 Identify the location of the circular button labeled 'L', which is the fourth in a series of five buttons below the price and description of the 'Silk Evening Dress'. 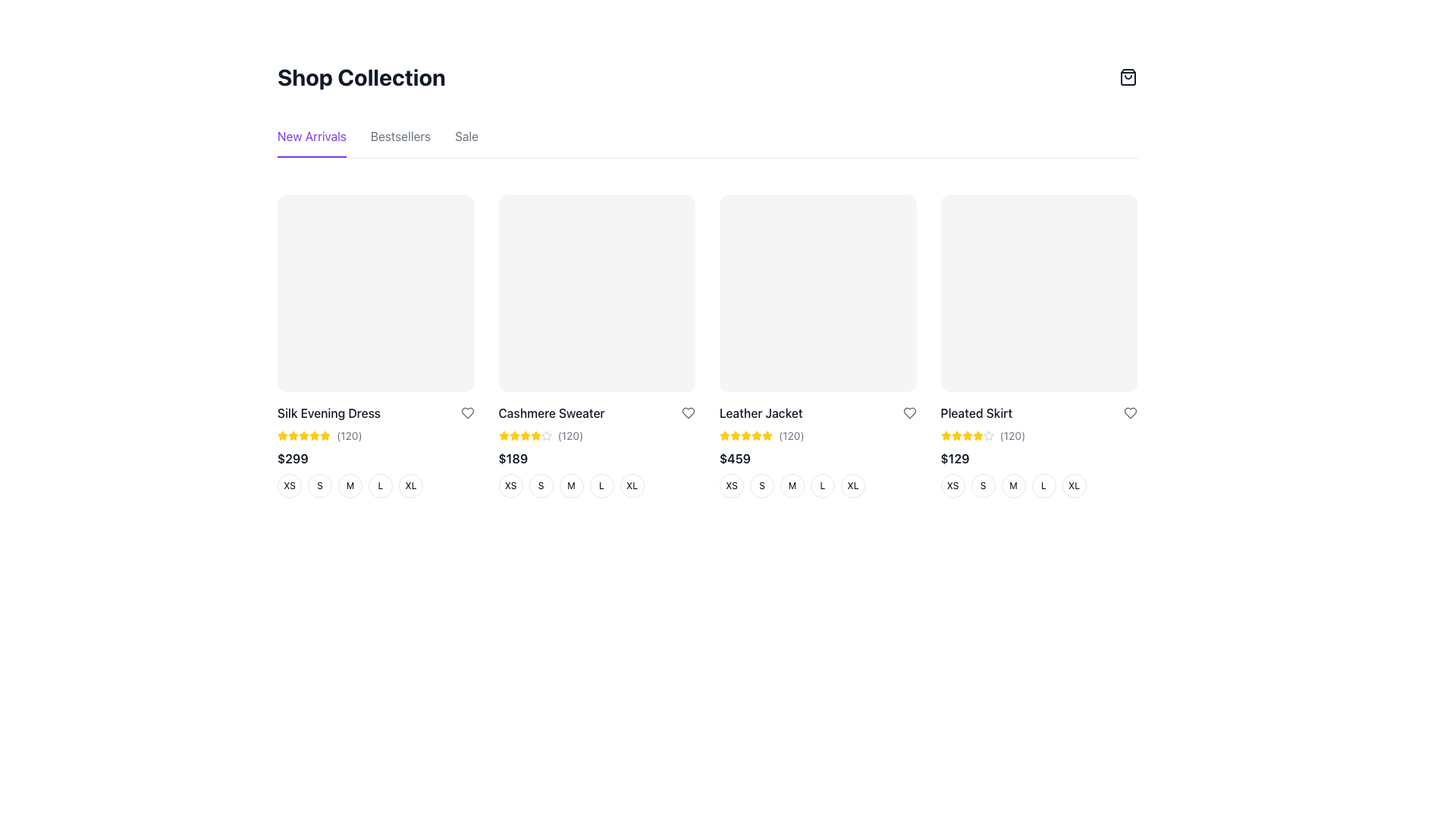
(375, 485).